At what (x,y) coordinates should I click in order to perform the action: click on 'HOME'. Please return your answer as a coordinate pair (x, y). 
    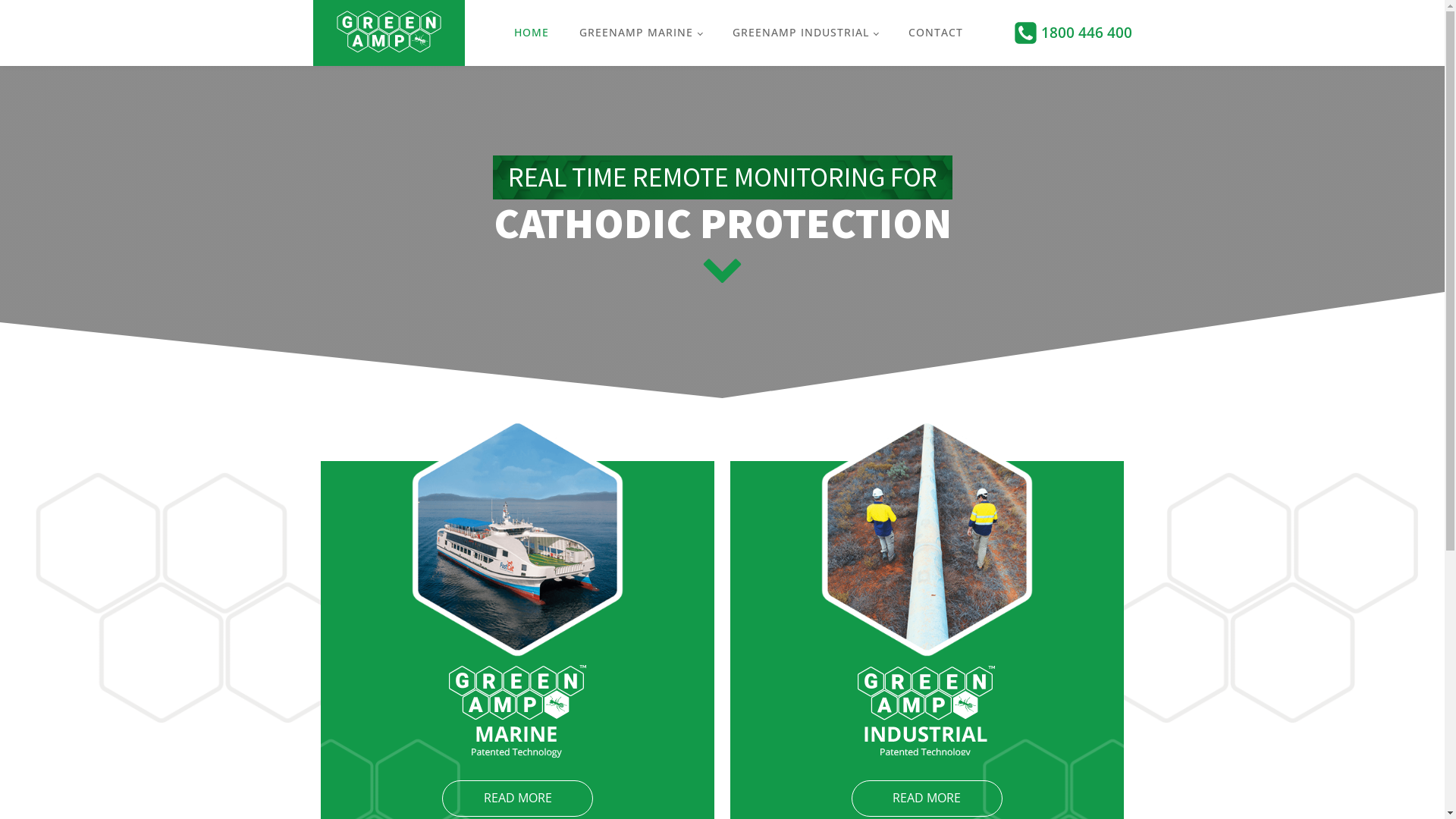
    Looking at the image, I should click on (531, 32).